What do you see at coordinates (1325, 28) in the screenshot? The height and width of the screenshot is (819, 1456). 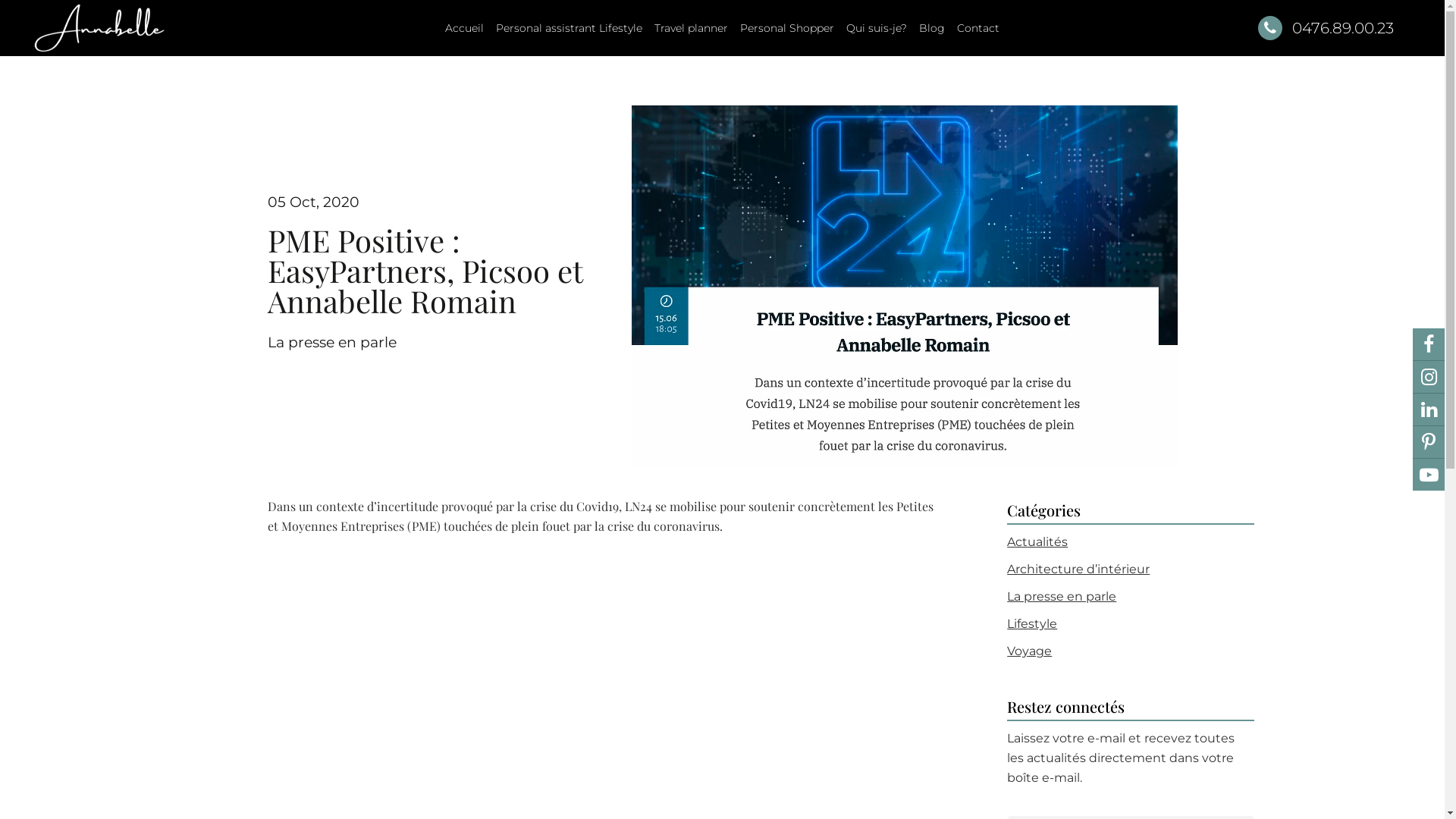 I see `'0476.89.00.23'` at bounding box center [1325, 28].